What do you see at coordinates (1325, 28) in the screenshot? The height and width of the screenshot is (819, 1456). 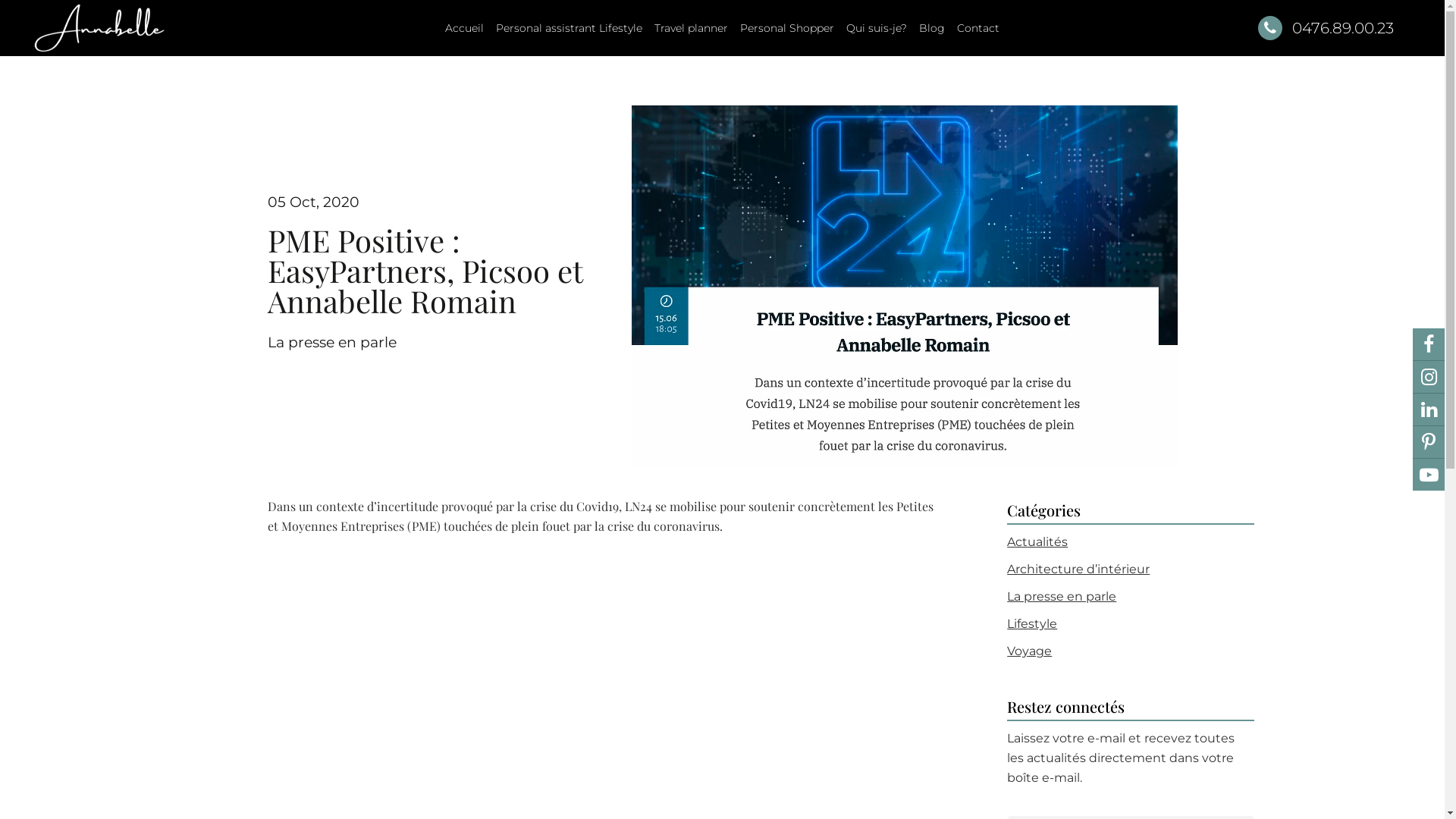 I see `'0476.89.00.23'` at bounding box center [1325, 28].